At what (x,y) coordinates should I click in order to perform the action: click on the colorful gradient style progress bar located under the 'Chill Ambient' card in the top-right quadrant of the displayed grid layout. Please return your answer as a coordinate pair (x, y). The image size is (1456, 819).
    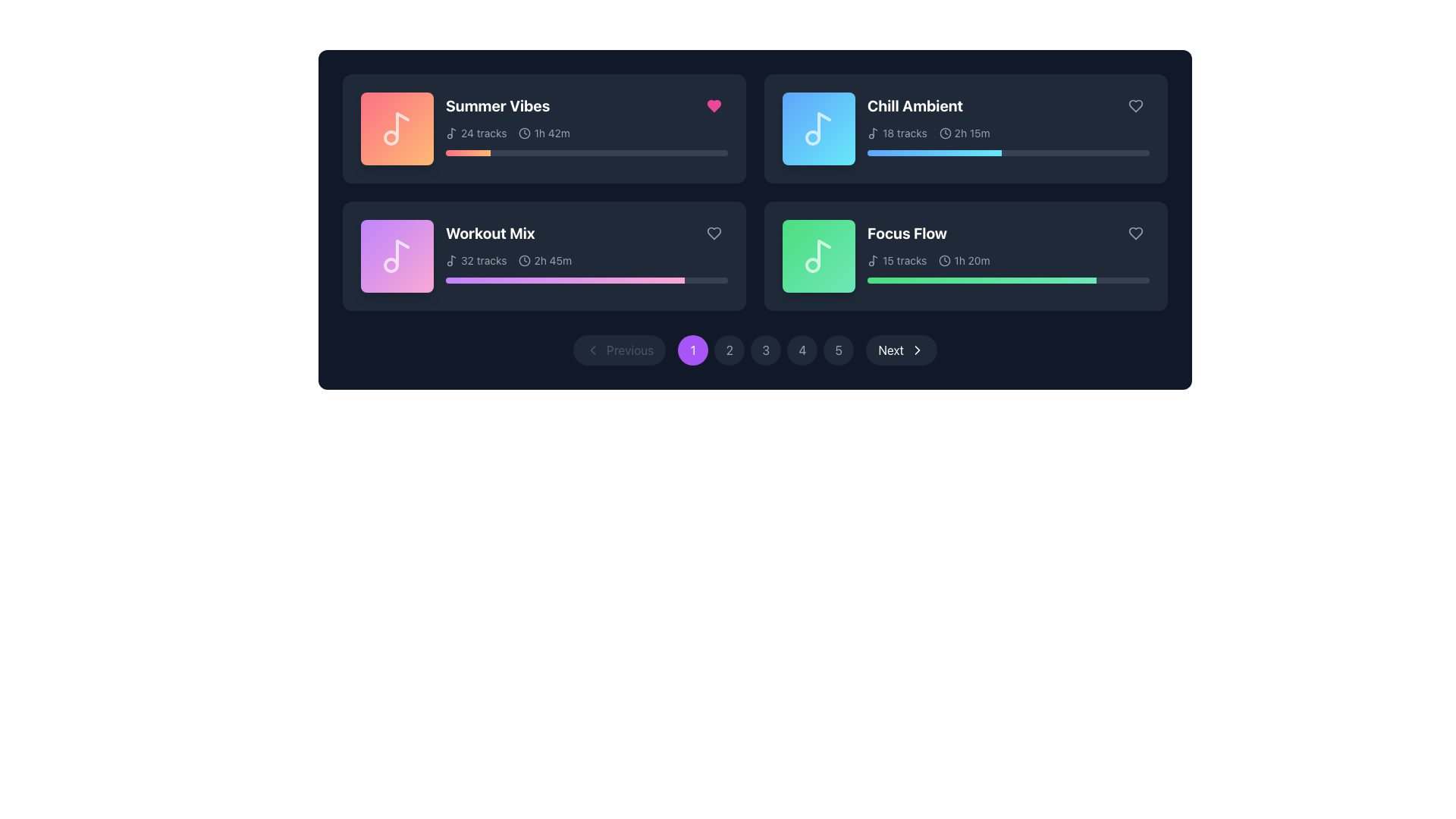
    Looking at the image, I should click on (934, 152).